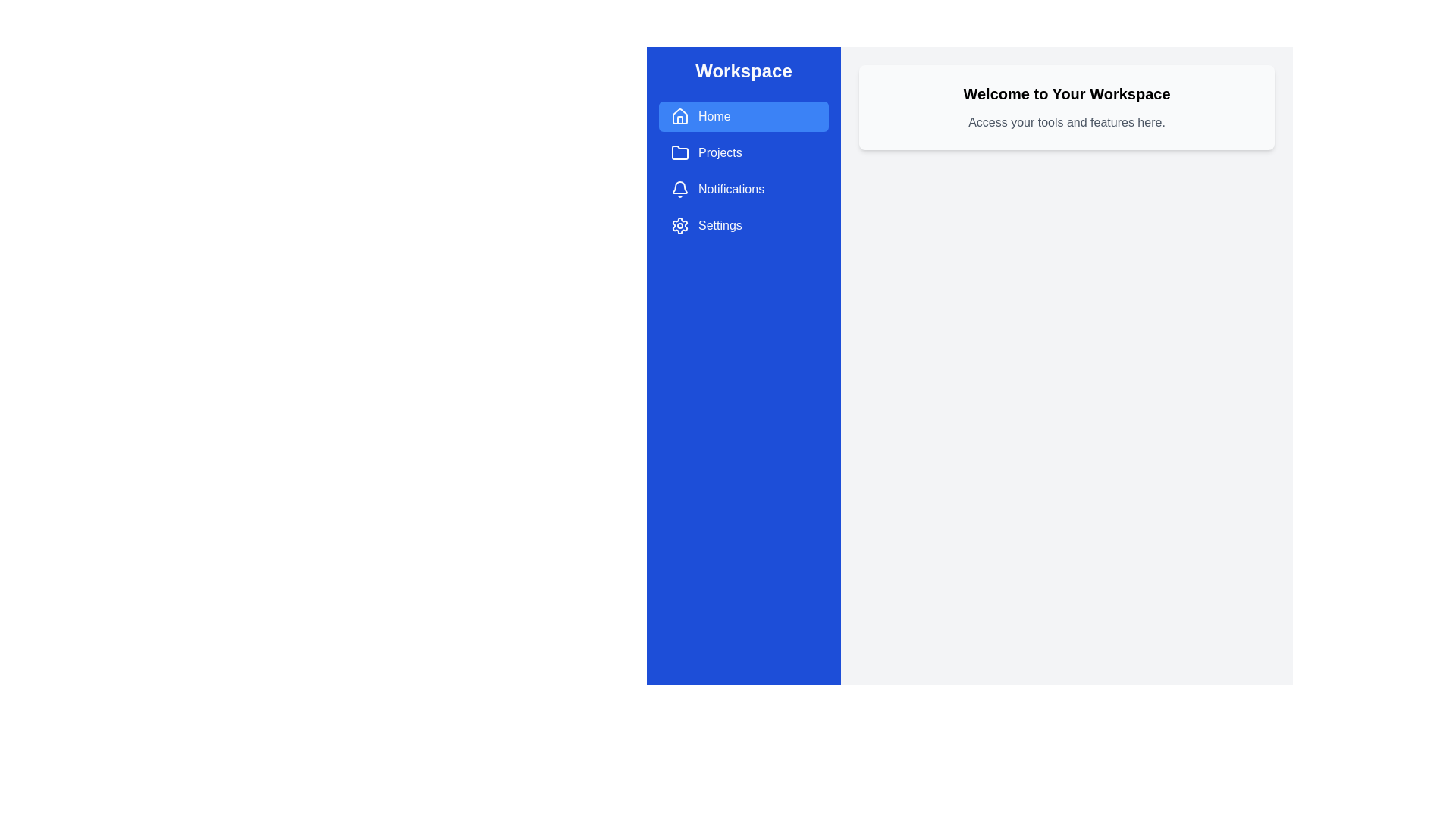 The image size is (1456, 819). I want to click on the folder icon located at the leftmost position of the 'Projects' navigation button on the sidebar, so click(679, 152).